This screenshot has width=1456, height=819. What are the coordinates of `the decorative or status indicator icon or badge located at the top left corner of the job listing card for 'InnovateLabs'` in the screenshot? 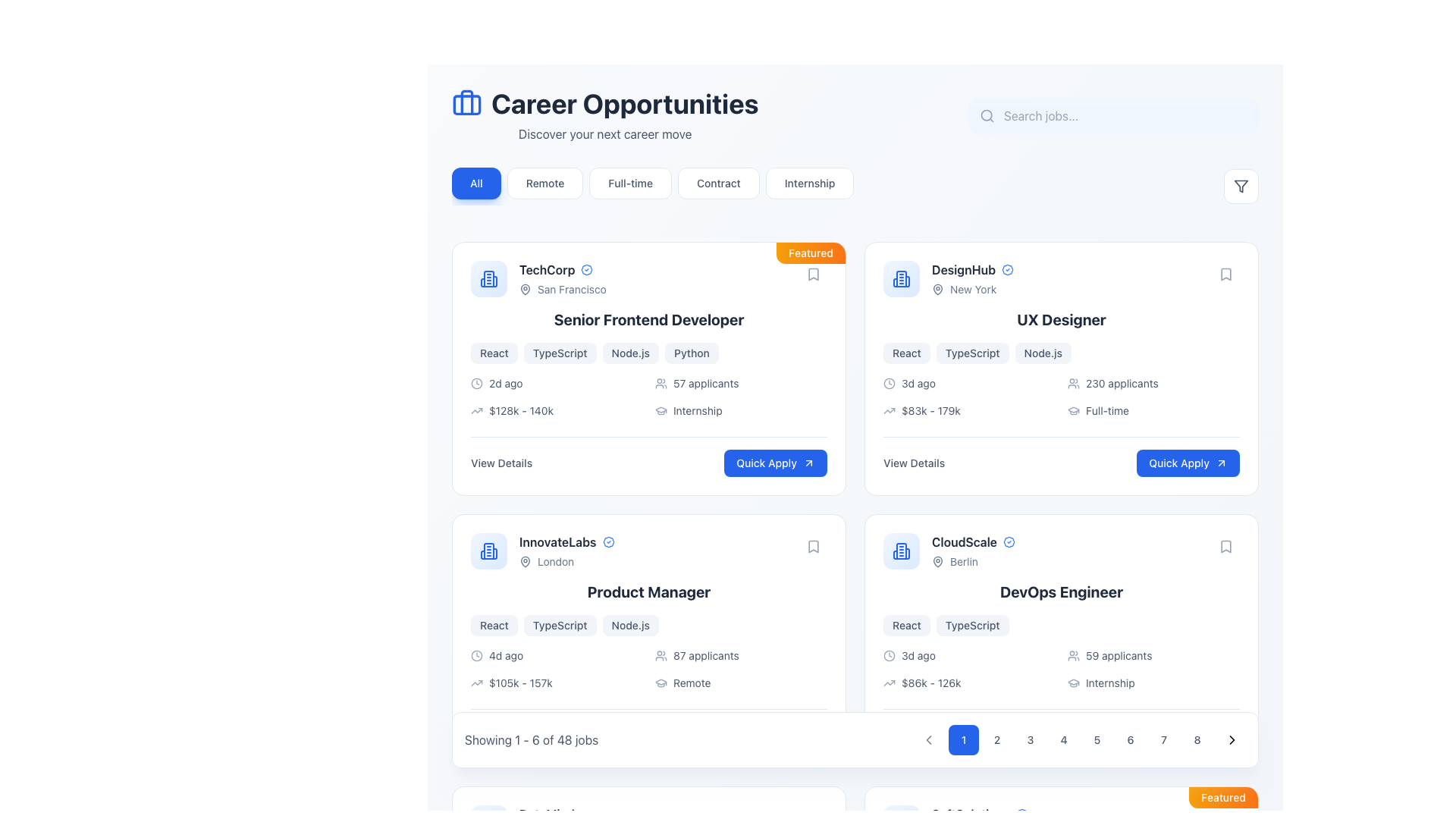 It's located at (608, 541).